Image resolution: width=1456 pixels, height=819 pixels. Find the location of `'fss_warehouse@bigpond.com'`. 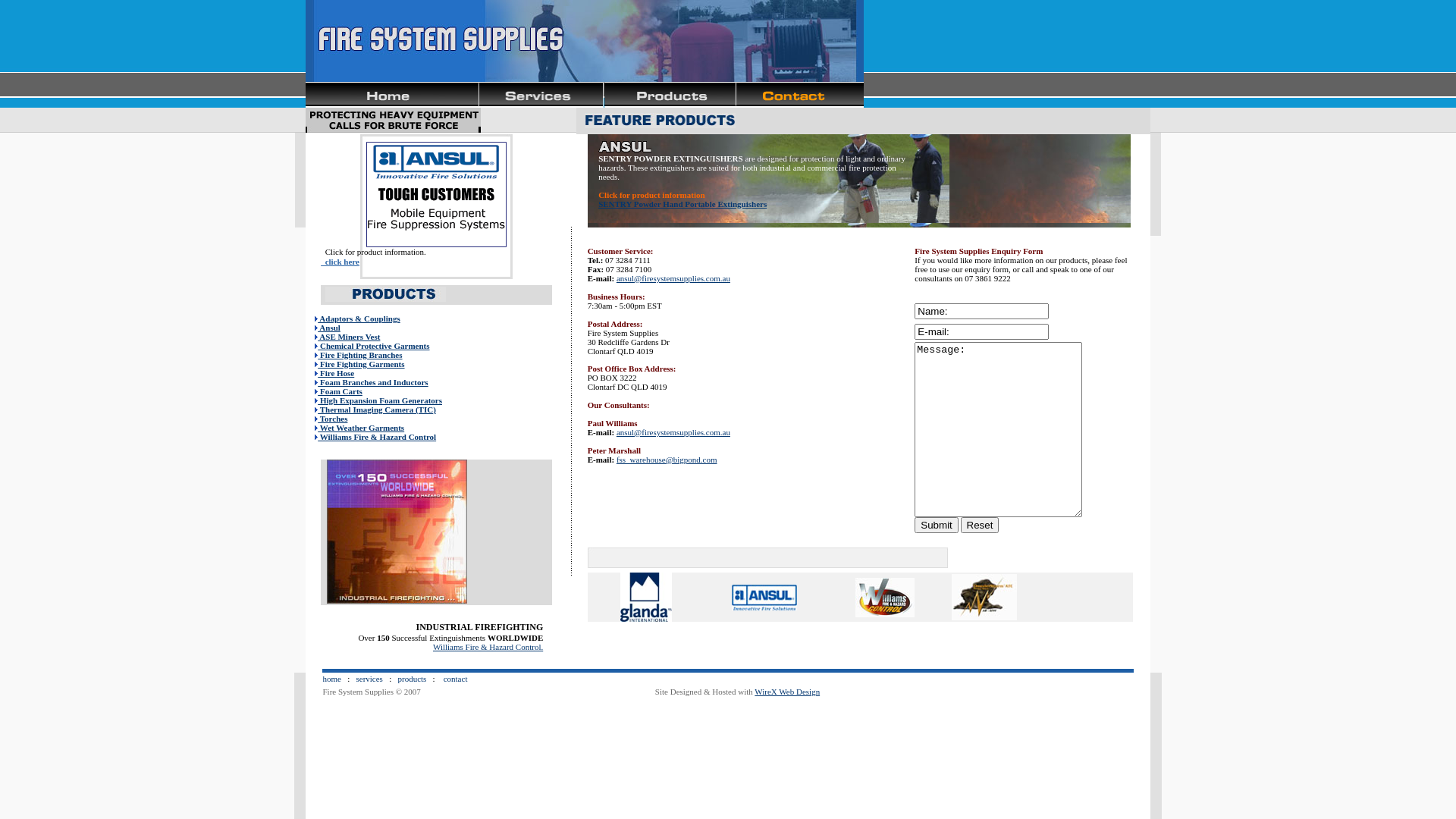

'fss_warehouse@bigpond.com' is located at coordinates (616, 458).